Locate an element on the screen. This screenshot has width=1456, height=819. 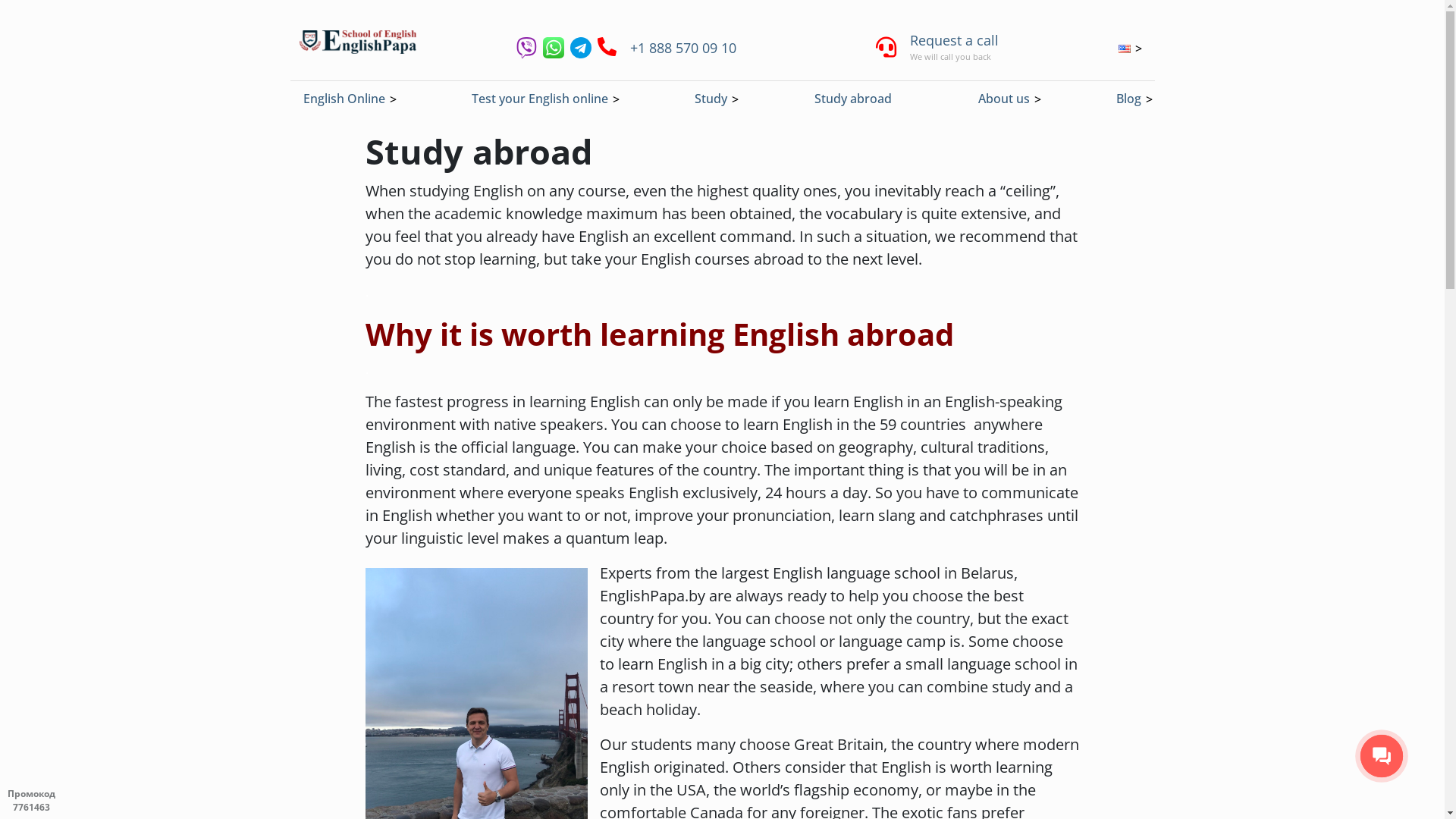
'Blog' is located at coordinates (1128, 99).